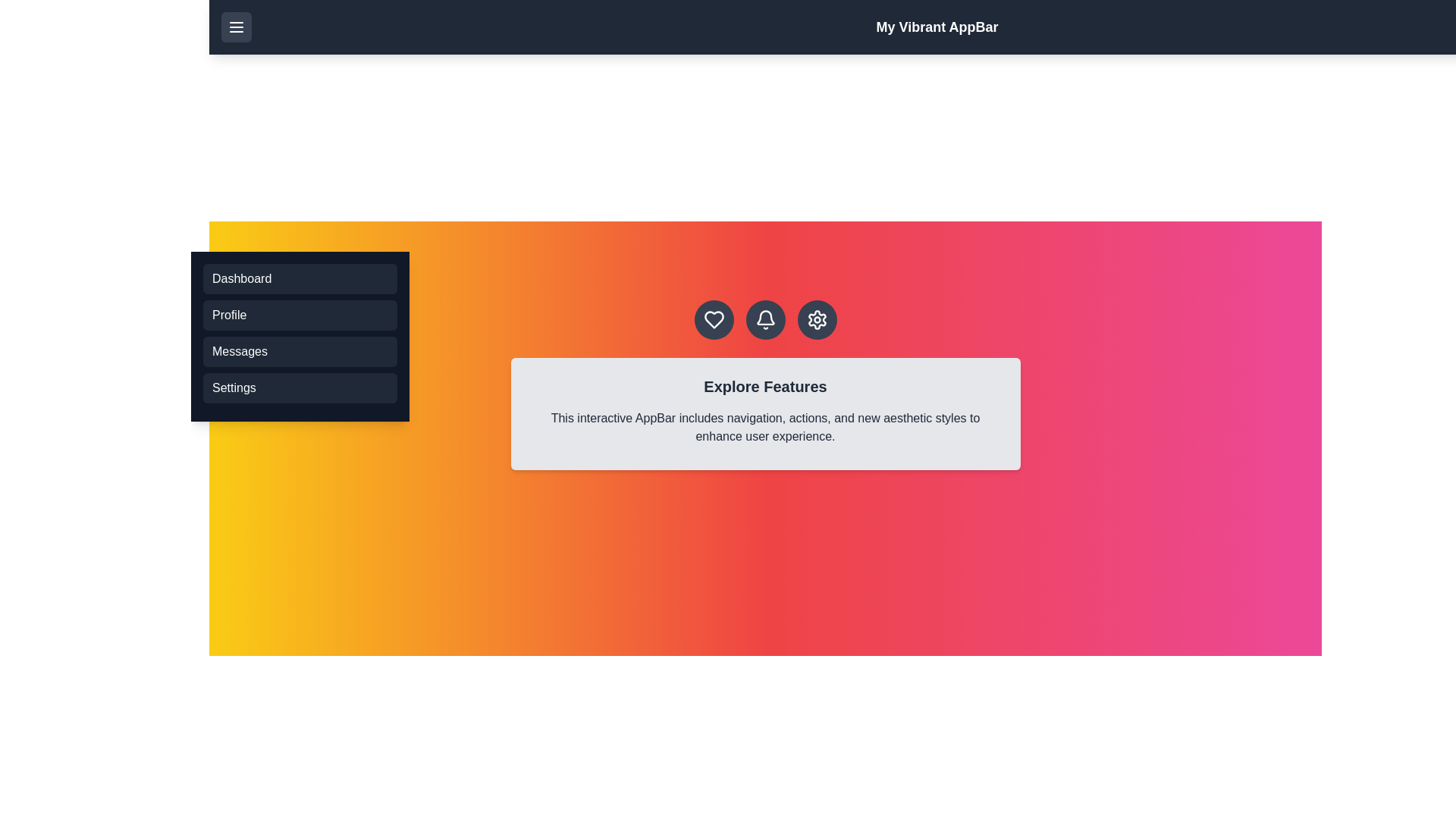 The image size is (1456, 819). I want to click on the heart icon in the action bar, so click(713, 318).